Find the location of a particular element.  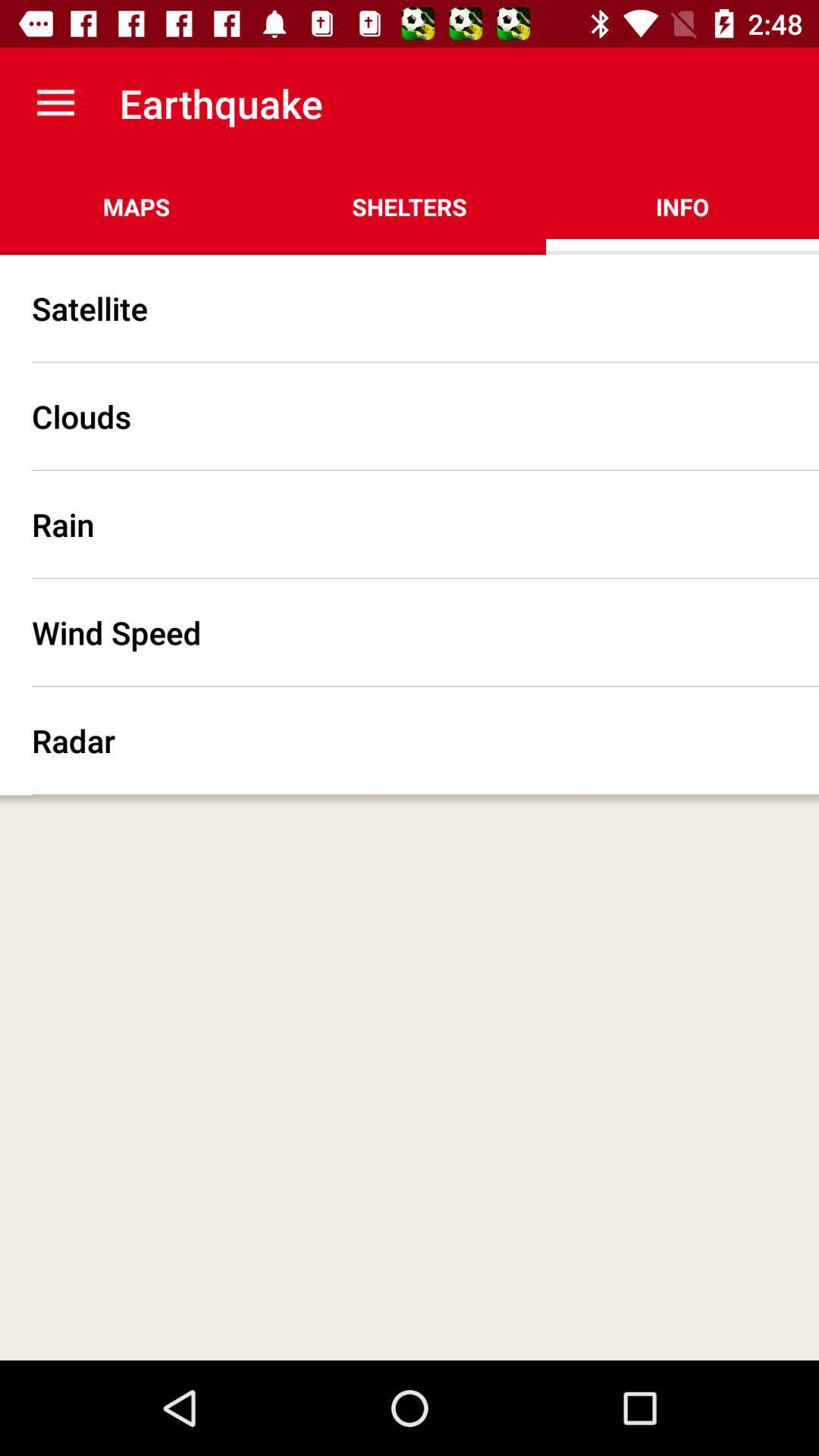

app below earthquake item is located at coordinates (409, 206).